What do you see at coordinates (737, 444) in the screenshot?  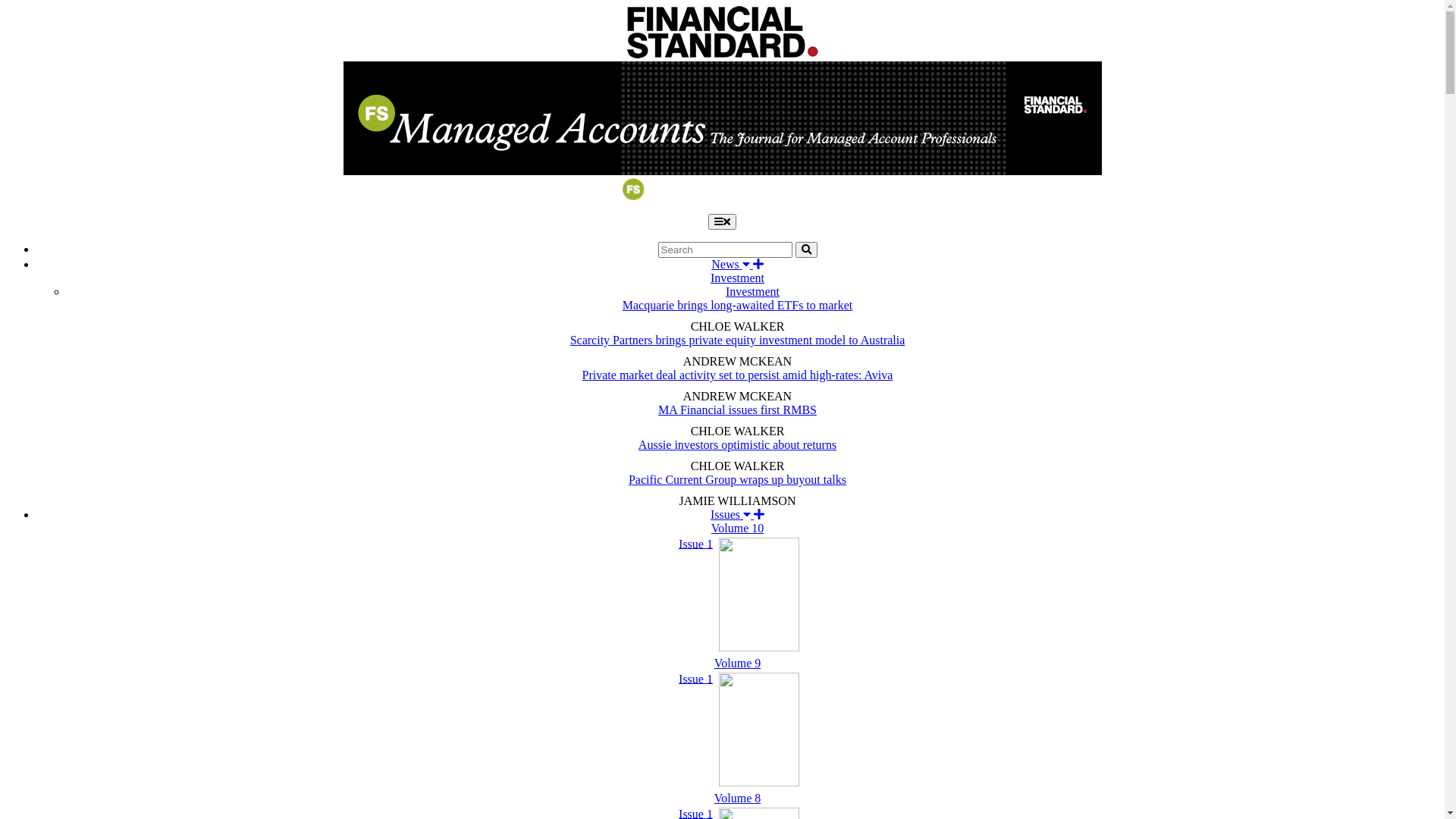 I see `'Aussie investors optimistic about returns'` at bounding box center [737, 444].